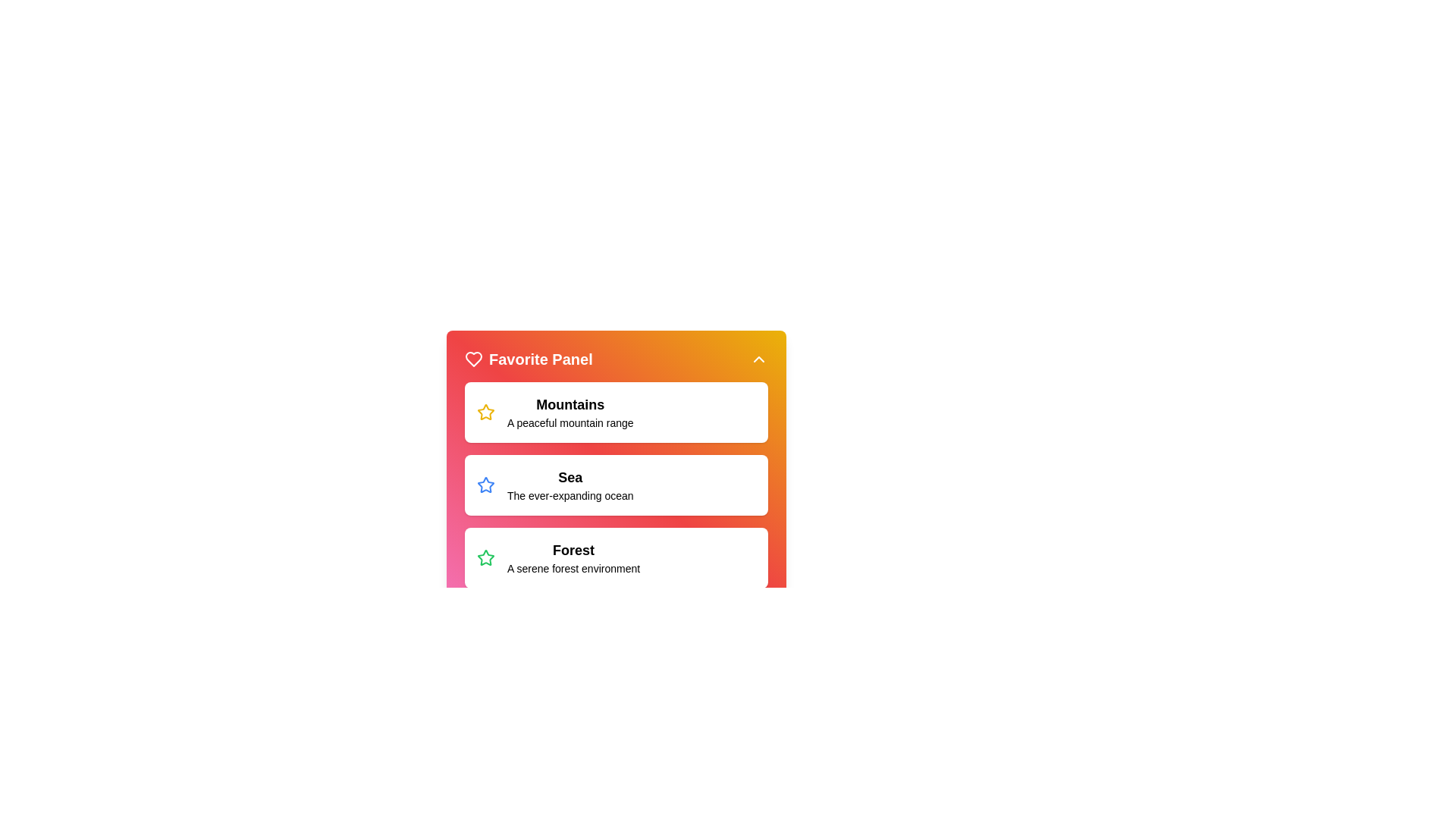 Image resolution: width=1456 pixels, height=819 pixels. I want to click on title 'Forest' and the description 'A serene forest environment' from the text element located in the third card of the 'Favorite Panel' interface, which features a green star icon to the left, so click(573, 558).